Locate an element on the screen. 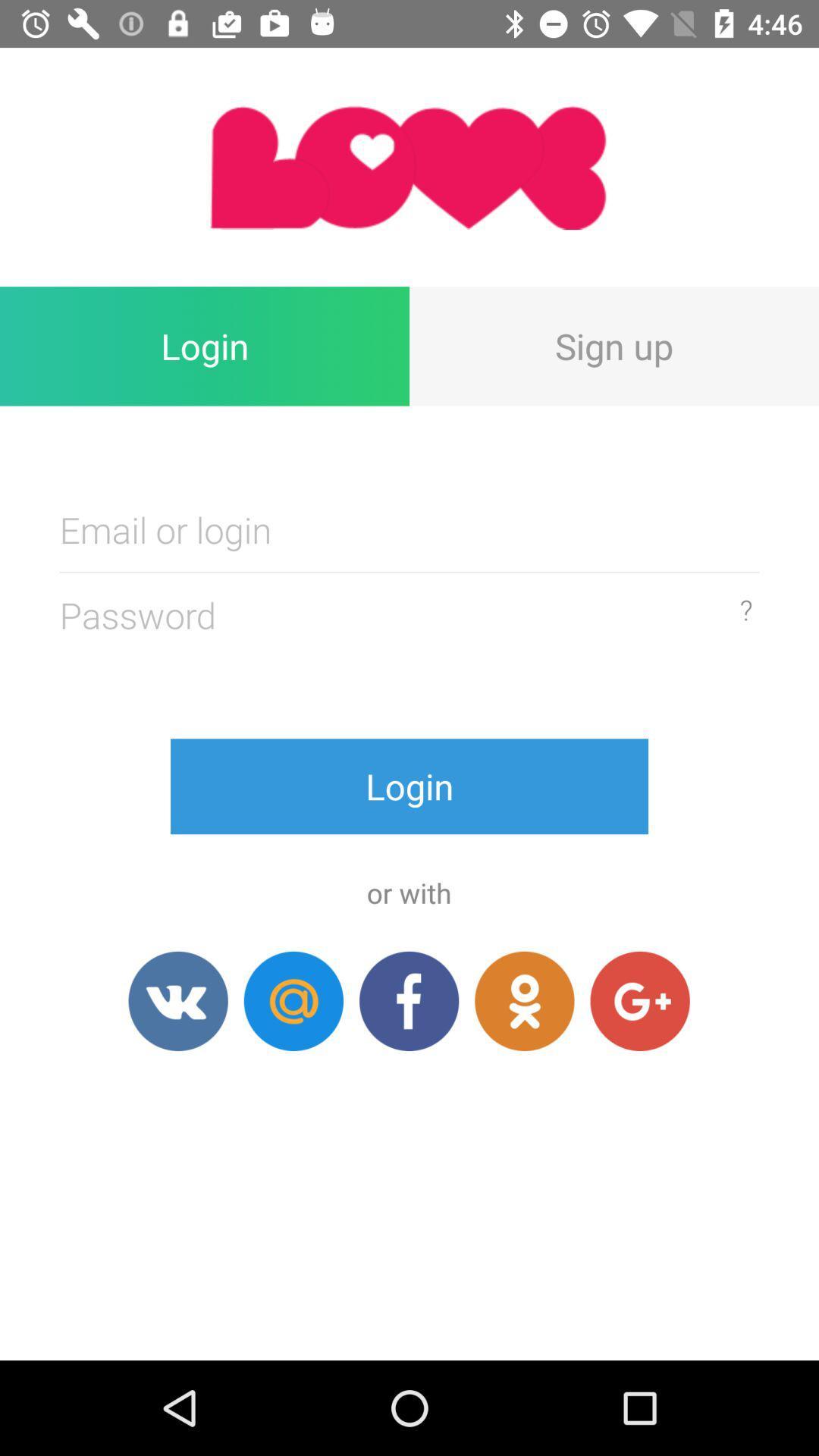 This screenshot has height=1456, width=819. app below or with app is located at coordinates (408, 1001).